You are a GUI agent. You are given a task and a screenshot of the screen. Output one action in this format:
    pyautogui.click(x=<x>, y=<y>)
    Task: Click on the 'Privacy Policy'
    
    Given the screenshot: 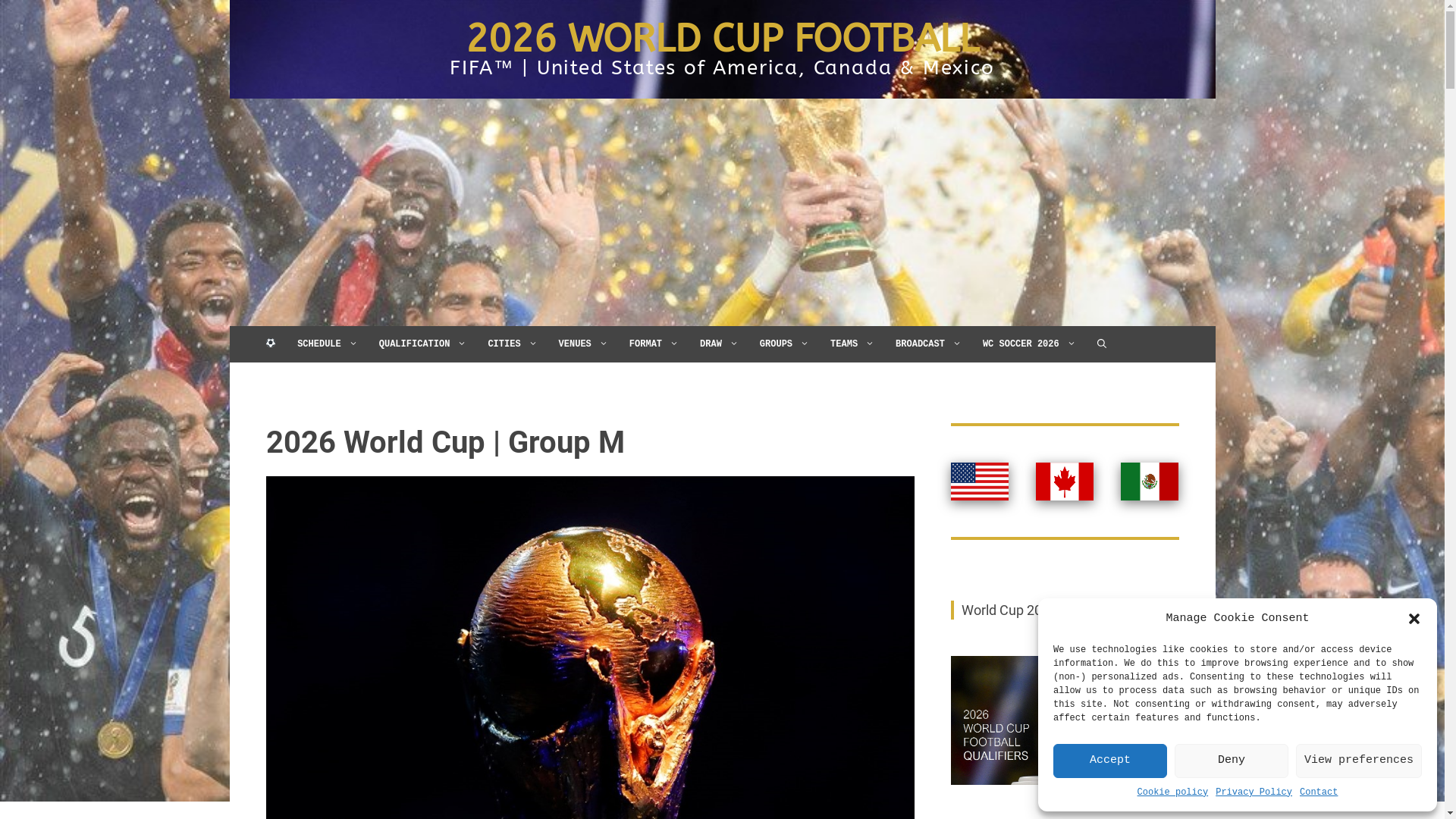 What is the action you would take?
    pyautogui.click(x=1254, y=792)
    